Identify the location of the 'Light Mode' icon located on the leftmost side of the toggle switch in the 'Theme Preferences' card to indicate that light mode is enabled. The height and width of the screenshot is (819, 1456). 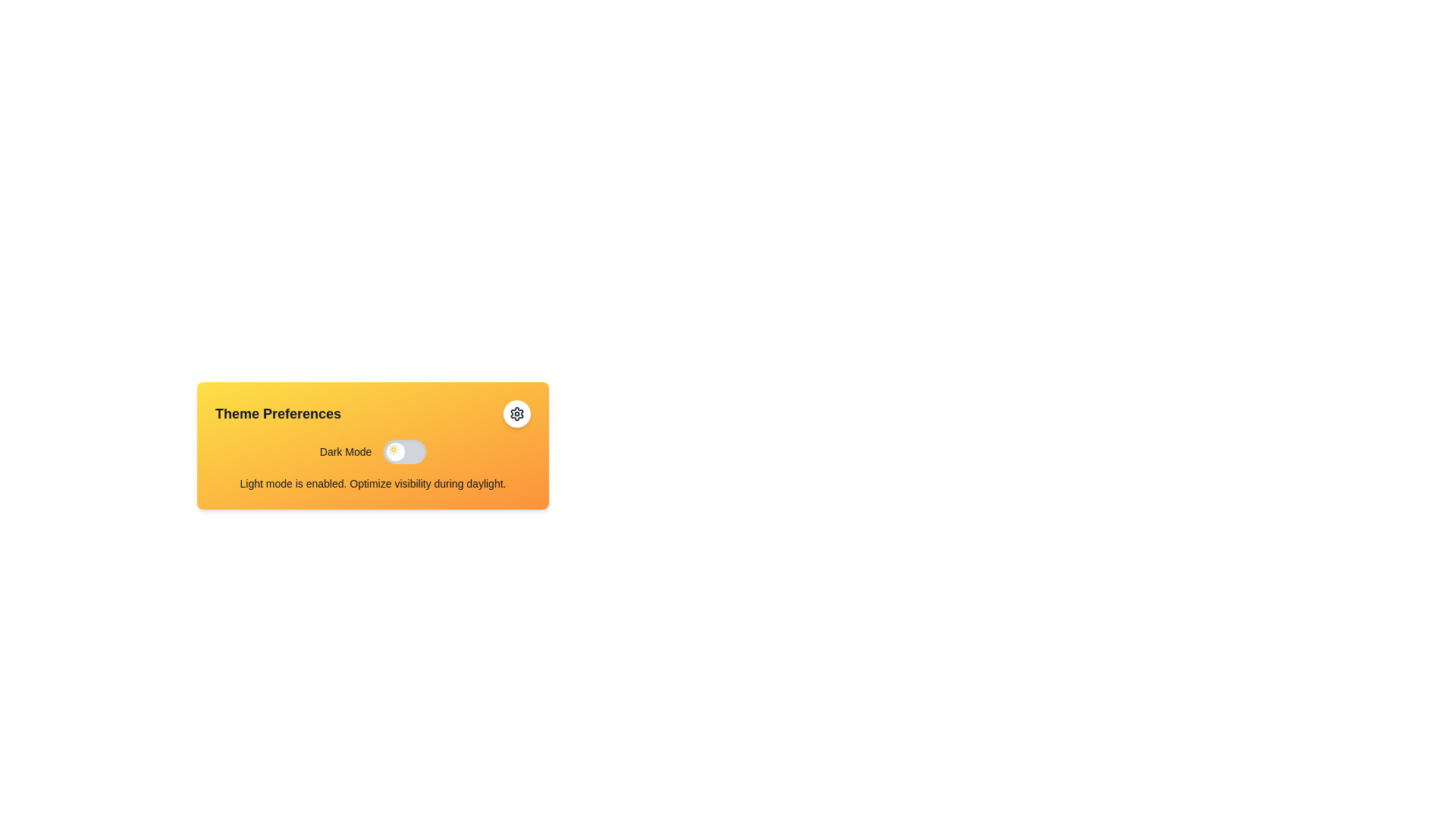
(394, 449).